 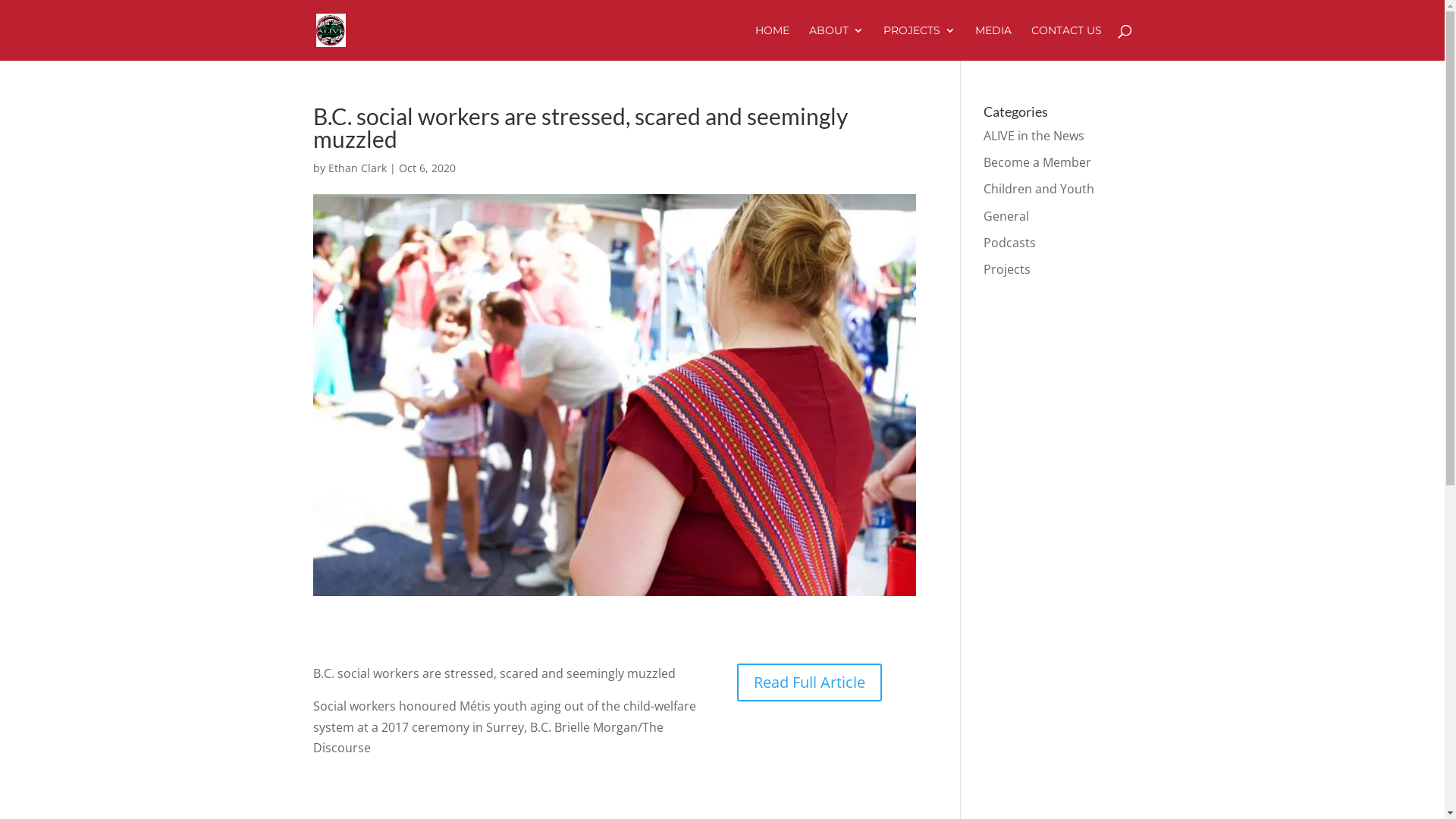 What do you see at coordinates (1037, 188) in the screenshot?
I see `'Children and Youth'` at bounding box center [1037, 188].